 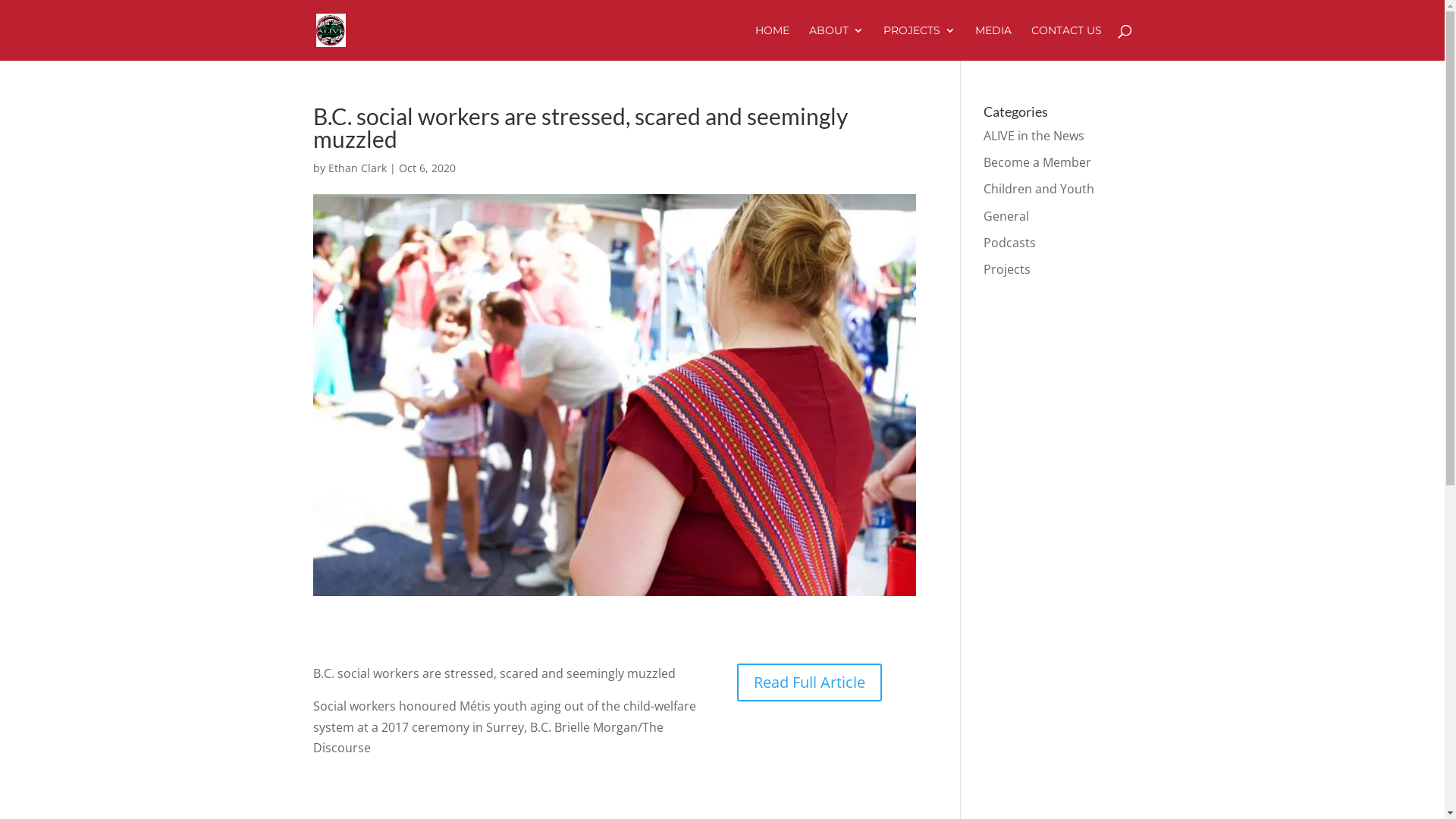 What do you see at coordinates (1037, 188) in the screenshot?
I see `'Children and Youth'` at bounding box center [1037, 188].